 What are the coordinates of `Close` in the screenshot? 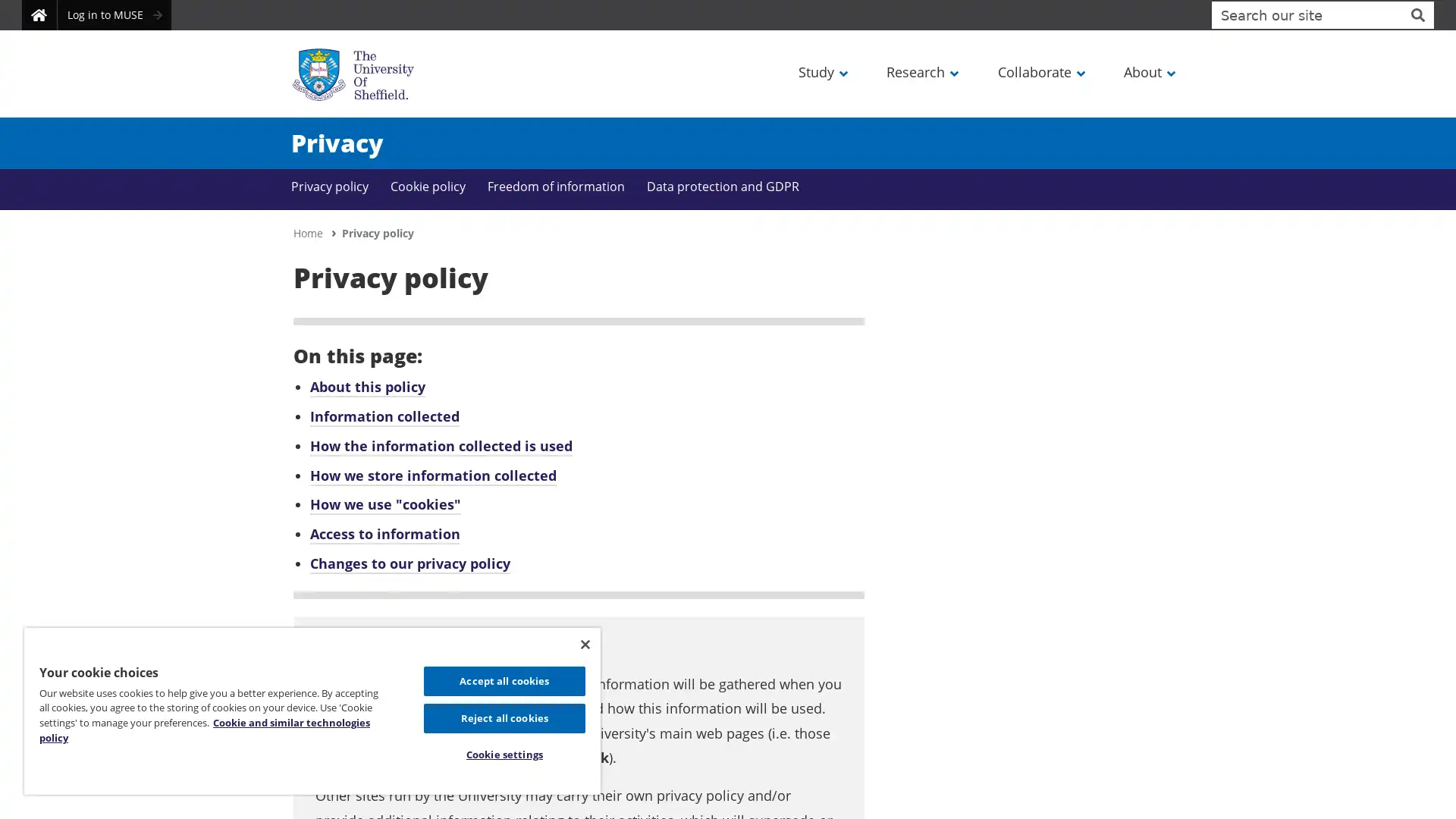 It's located at (584, 643).